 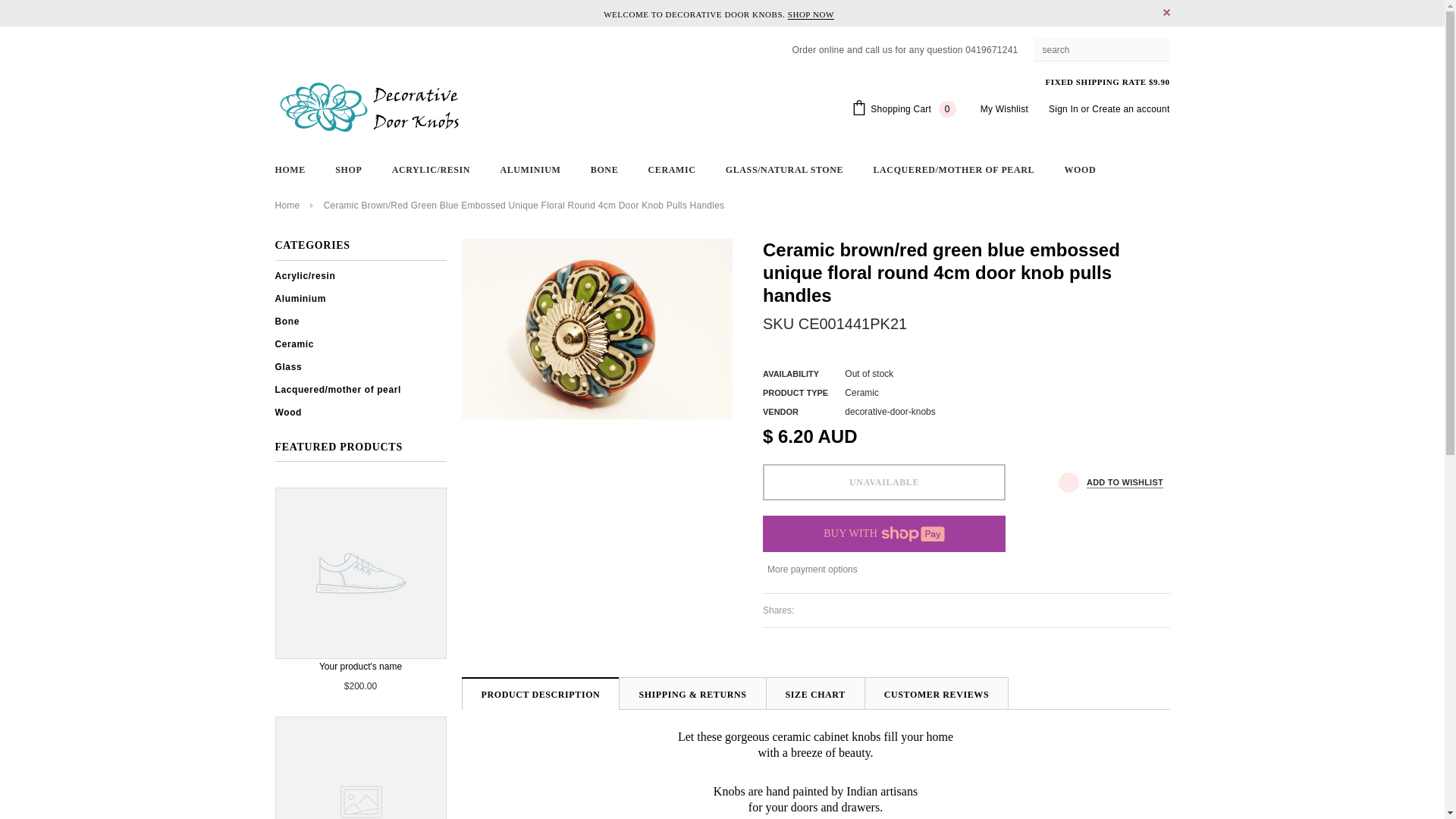 What do you see at coordinates (287, 412) in the screenshot?
I see `'Wood'` at bounding box center [287, 412].